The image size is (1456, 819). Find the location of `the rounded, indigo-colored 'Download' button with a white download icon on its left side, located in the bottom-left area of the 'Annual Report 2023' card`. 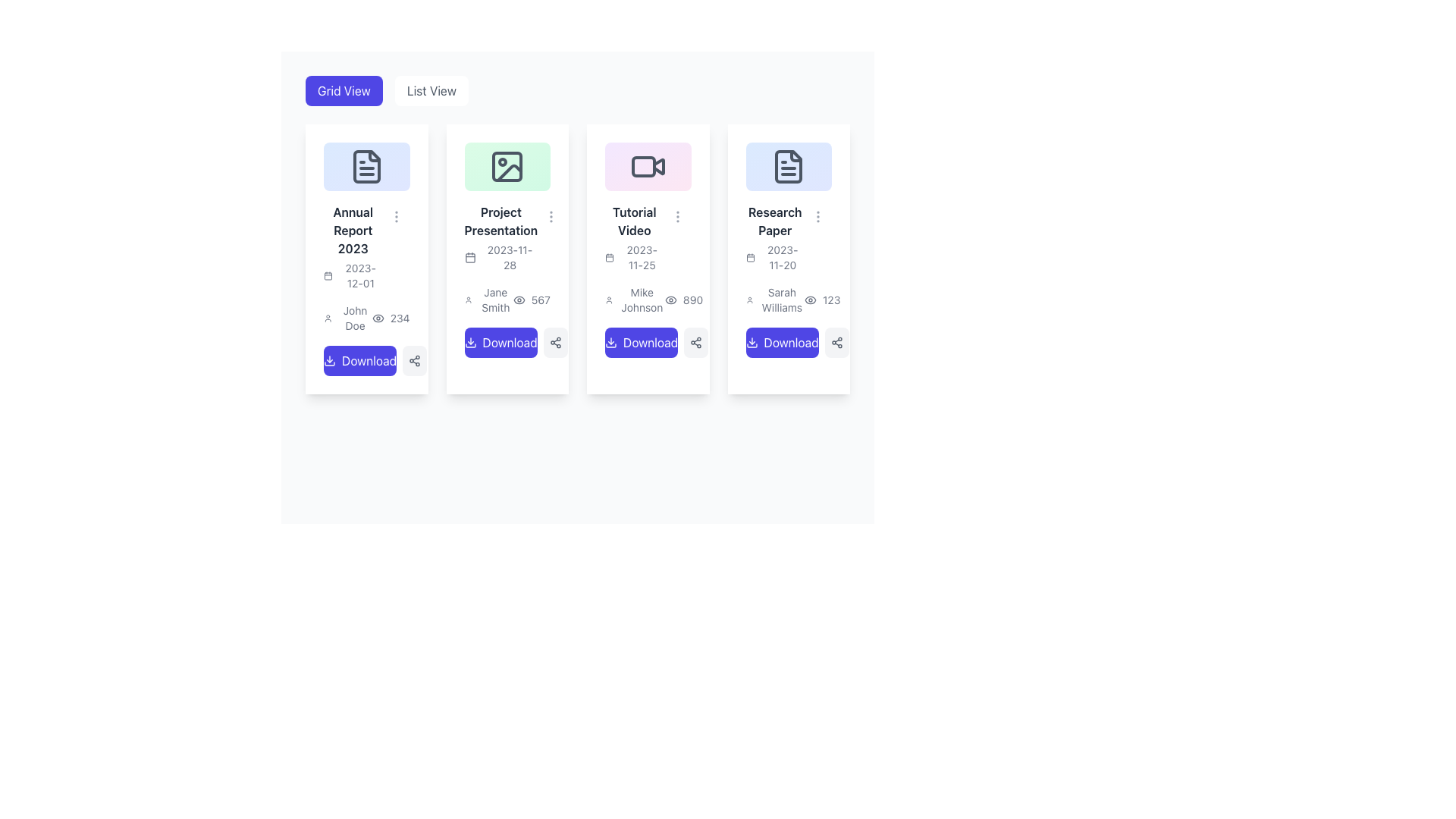

the rounded, indigo-colored 'Download' button with a white download icon on its left side, located in the bottom-left area of the 'Annual Report 2023' card is located at coordinates (359, 360).